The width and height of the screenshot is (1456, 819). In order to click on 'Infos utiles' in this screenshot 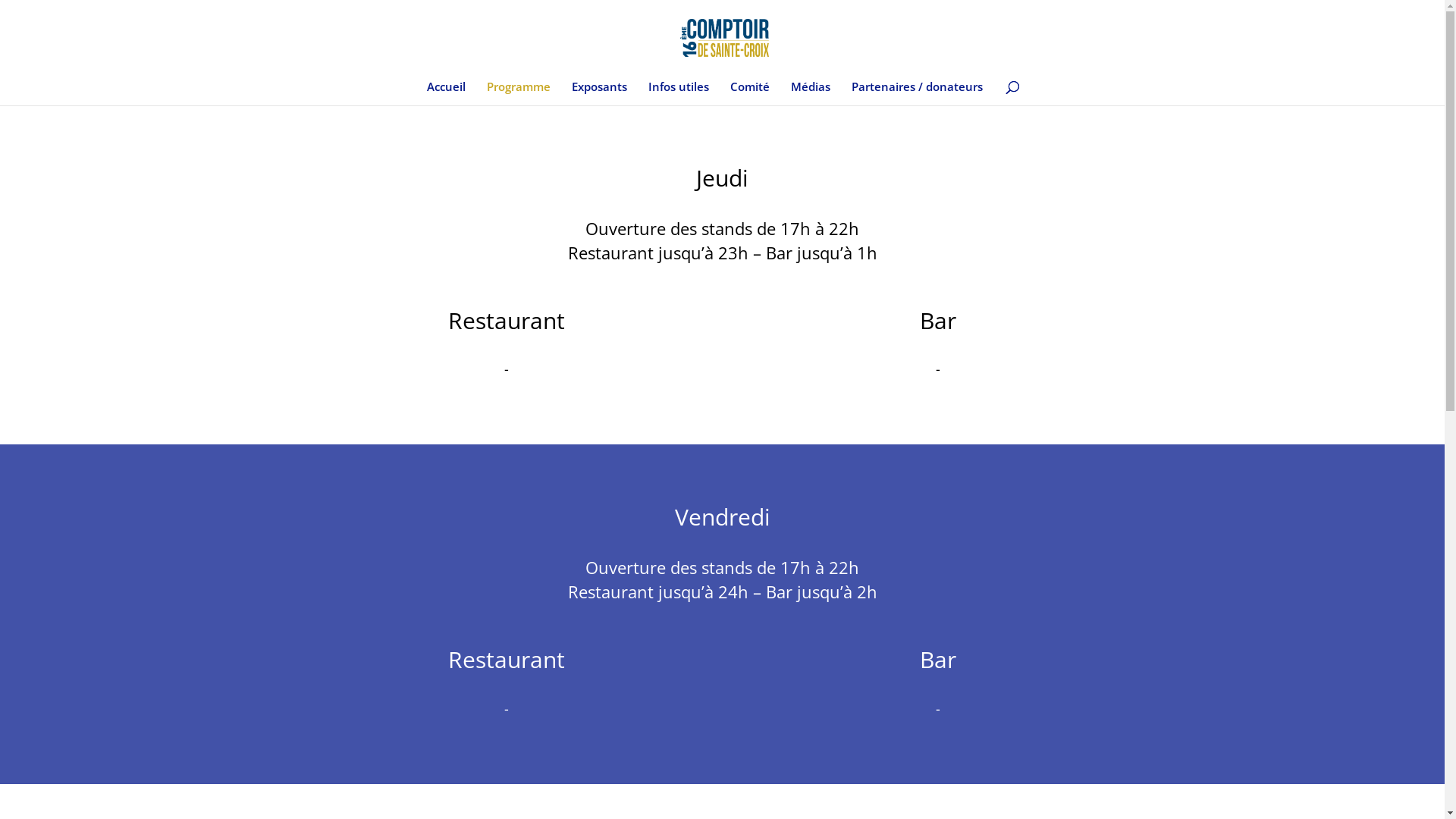, I will do `click(677, 93)`.